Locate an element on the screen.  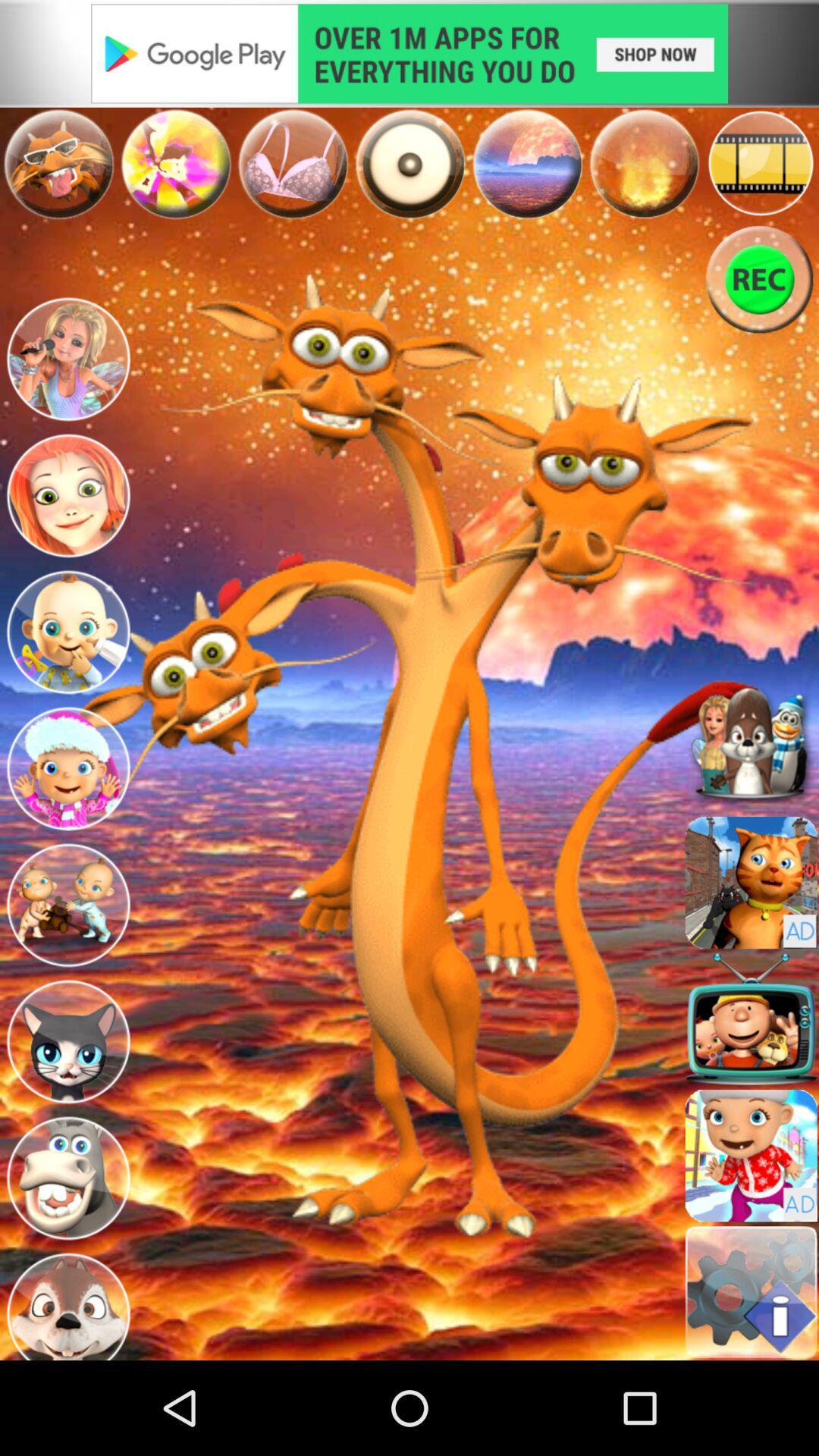
voice type is located at coordinates (174, 164).